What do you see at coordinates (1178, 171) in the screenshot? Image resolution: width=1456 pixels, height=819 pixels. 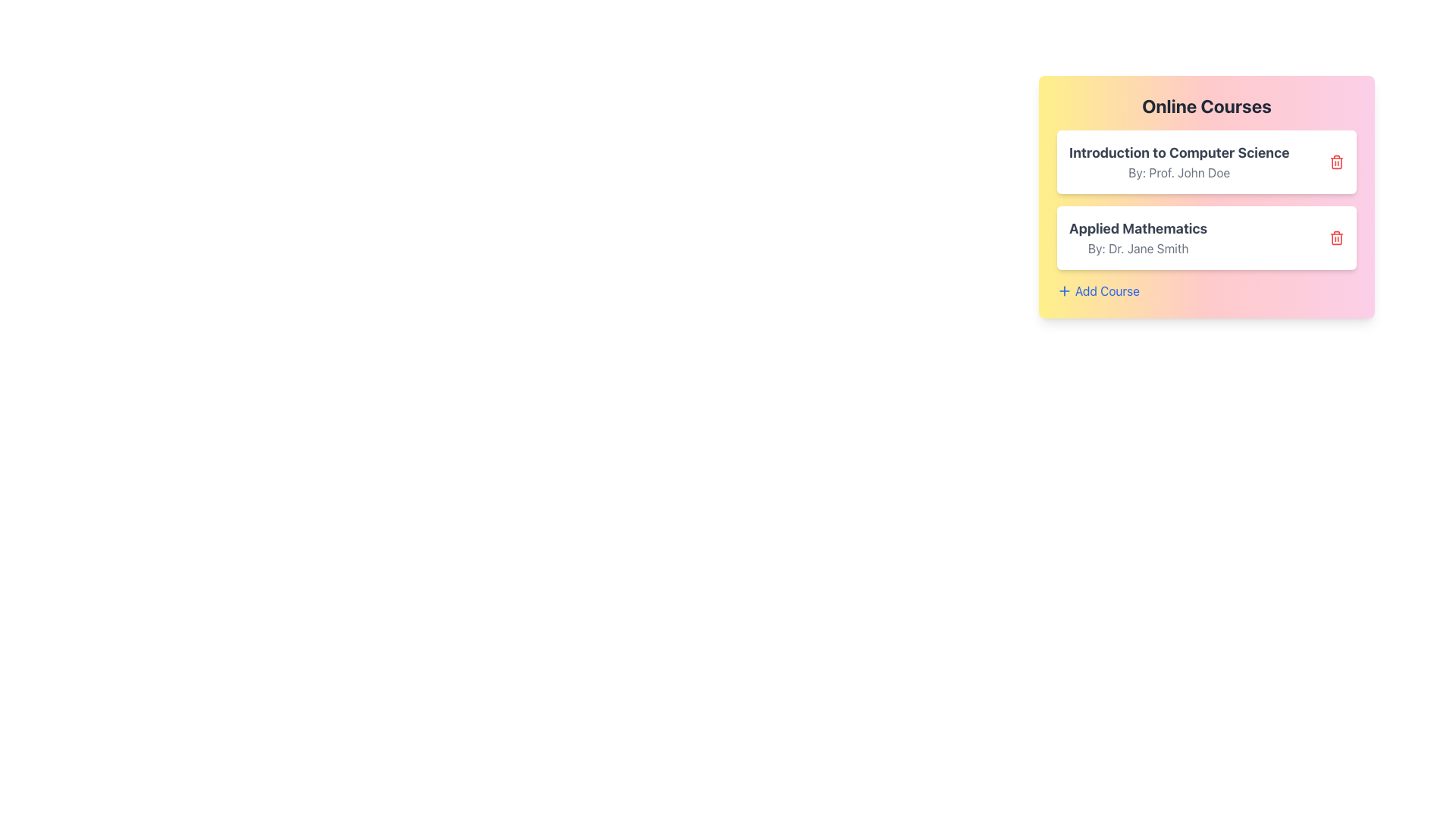 I see `the informational text label indicating the author for the course 'Introduction to Computer Science', positioned directly below the course title within the first course card in the 'Online Courses' section` at bounding box center [1178, 171].